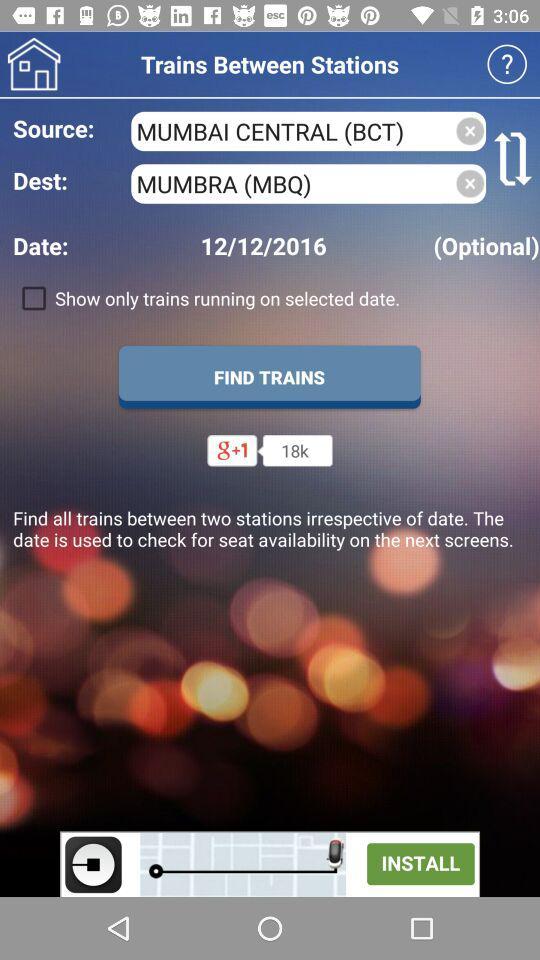 This screenshot has width=540, height=960. What do you see at coordinates (470, 183) in the screenshot?
I see `the close button` at bounding box center [470, 183].